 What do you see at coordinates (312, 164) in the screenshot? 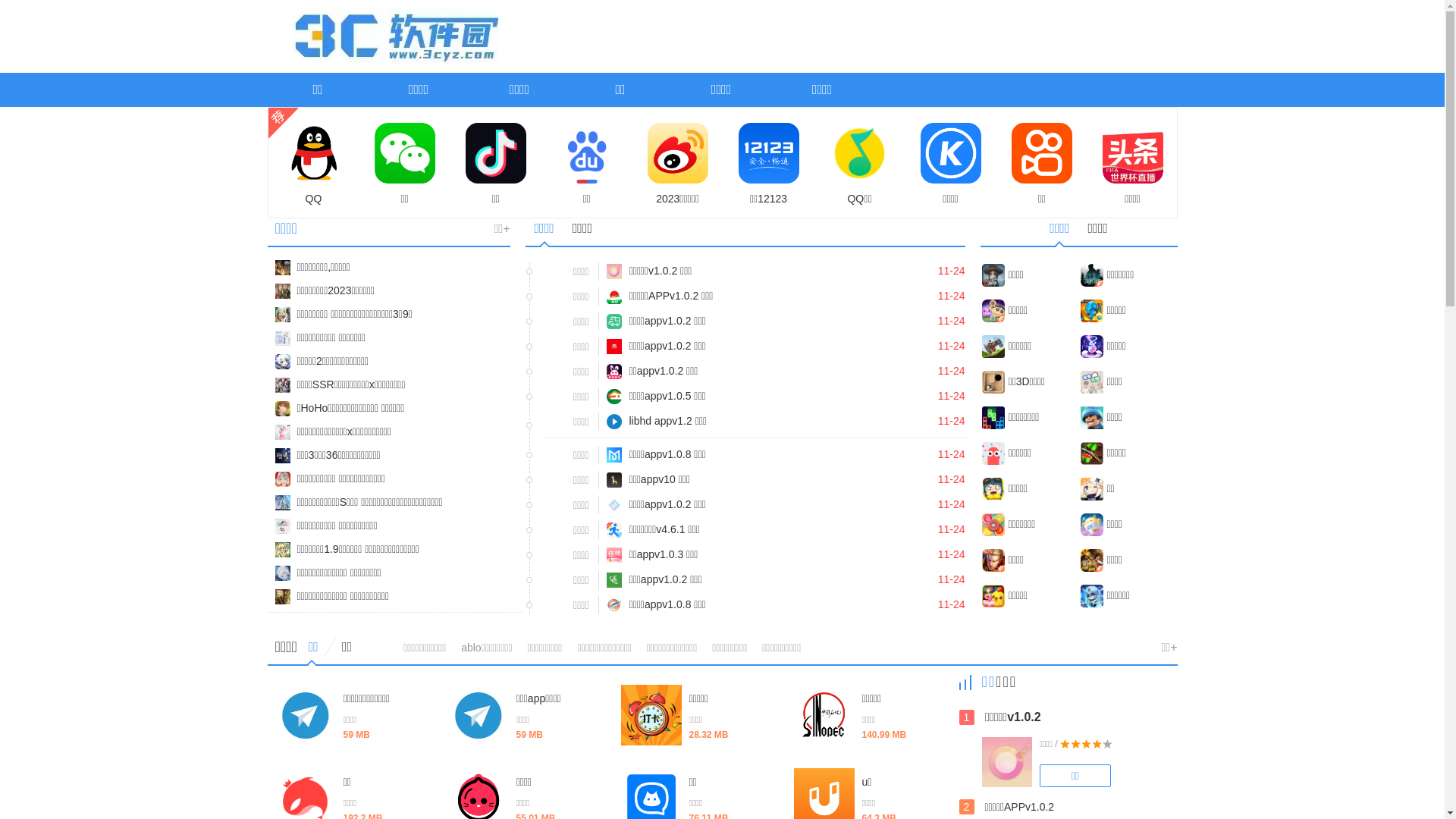
I see `'QQ'` at bounding box center [312, 164].